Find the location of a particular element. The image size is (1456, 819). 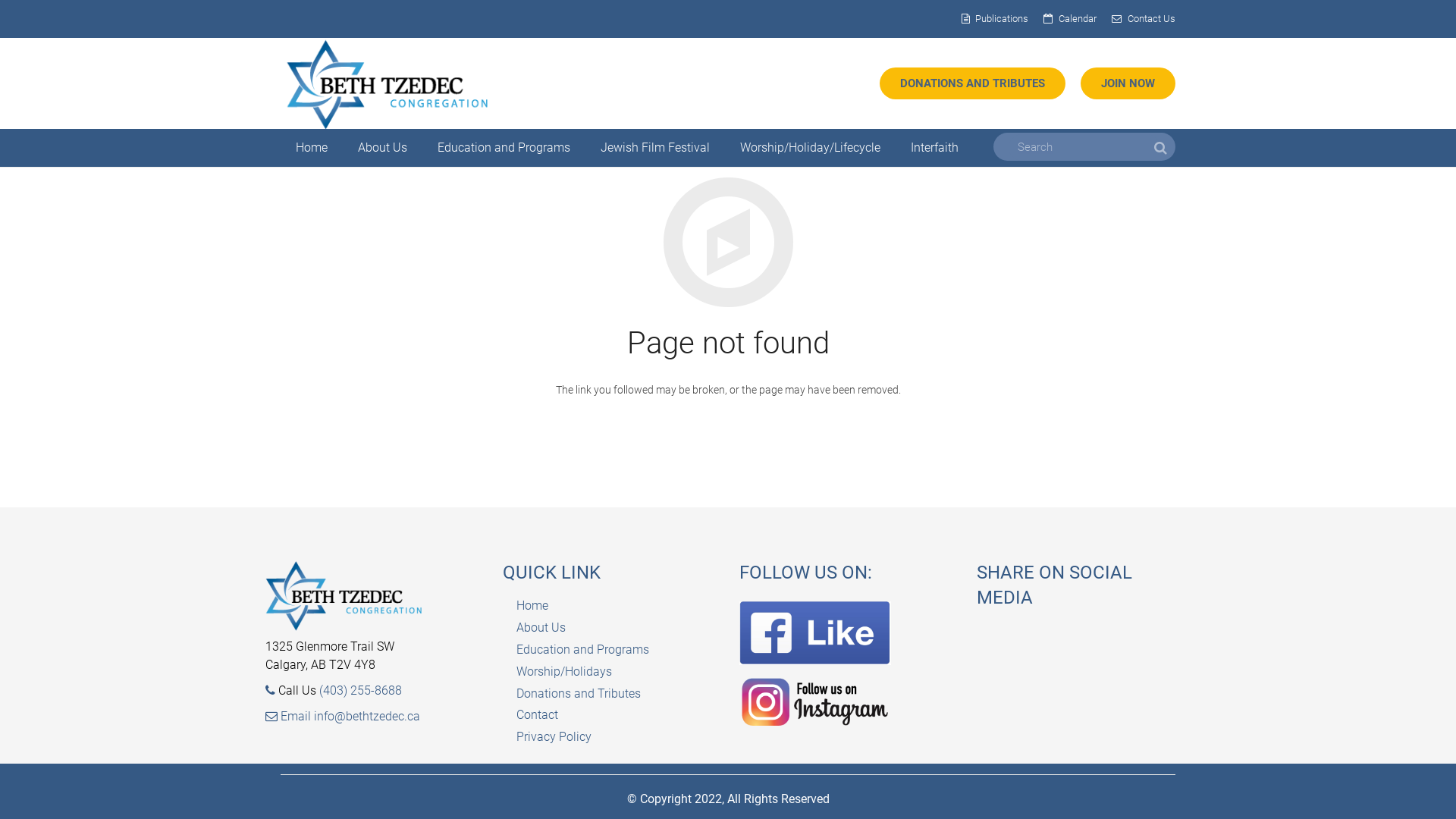

'JOIN NOW' is located at coordinates (1128, 83).